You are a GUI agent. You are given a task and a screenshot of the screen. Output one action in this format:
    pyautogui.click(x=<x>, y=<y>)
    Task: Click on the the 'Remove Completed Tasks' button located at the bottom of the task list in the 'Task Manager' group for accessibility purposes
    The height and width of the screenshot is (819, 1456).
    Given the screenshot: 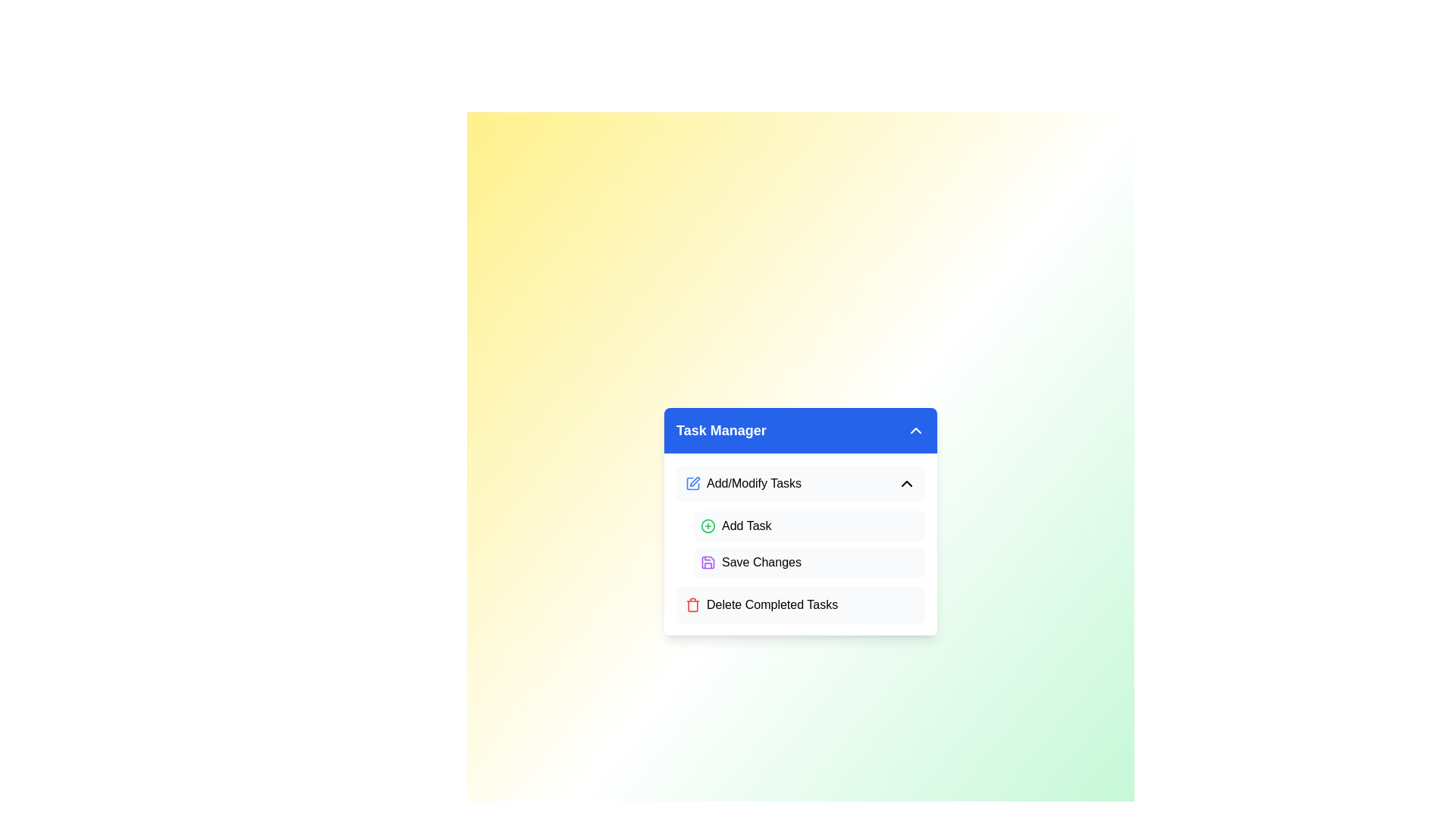 What is the action you would take?
    pyautogui.click(x=800, y=604)
    